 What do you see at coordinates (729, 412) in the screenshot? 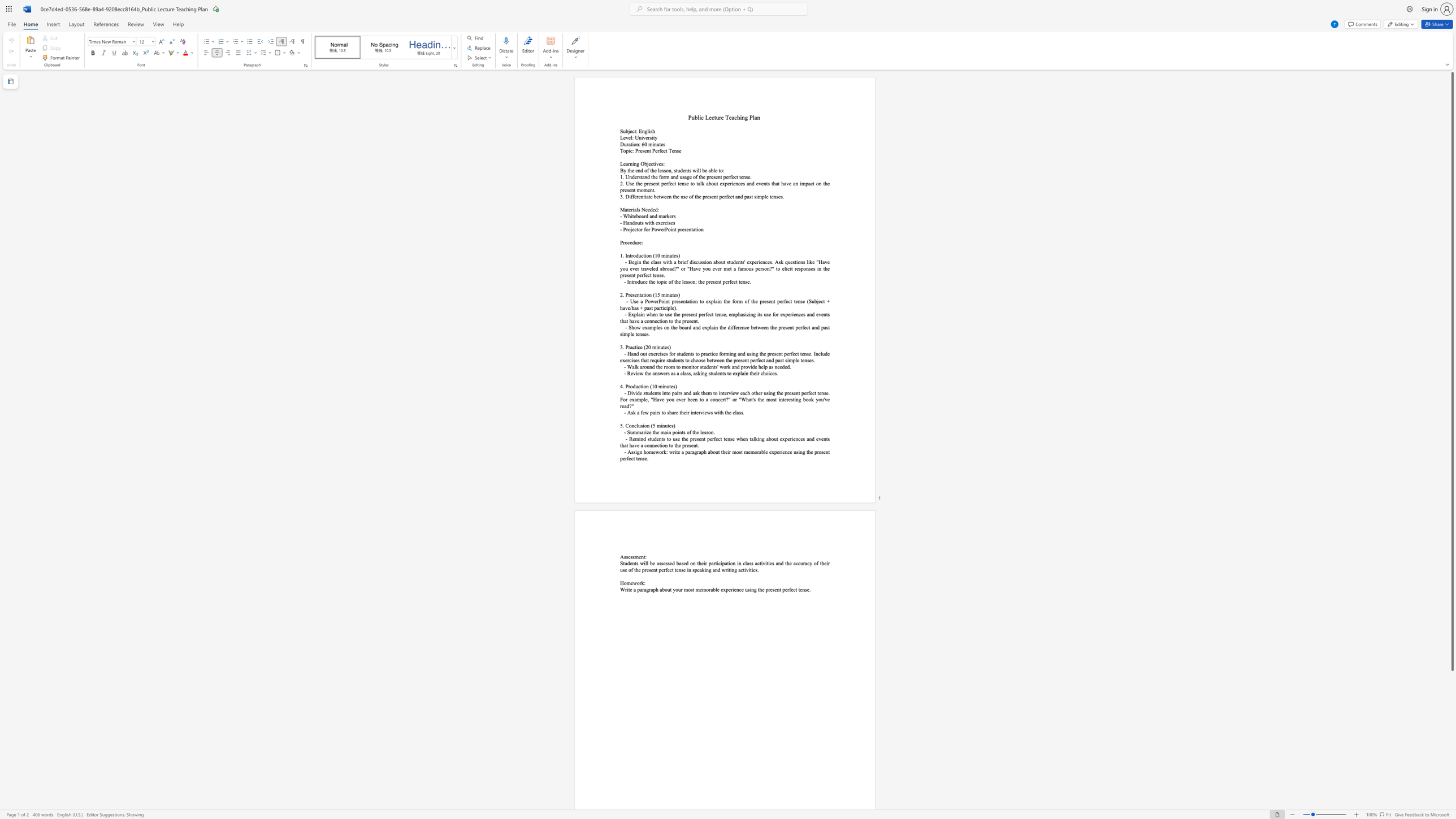
I see `the subset text "e class." within the text "- Ask a few pairs to share their interviews with the class."` at bounding box center [729, 412].